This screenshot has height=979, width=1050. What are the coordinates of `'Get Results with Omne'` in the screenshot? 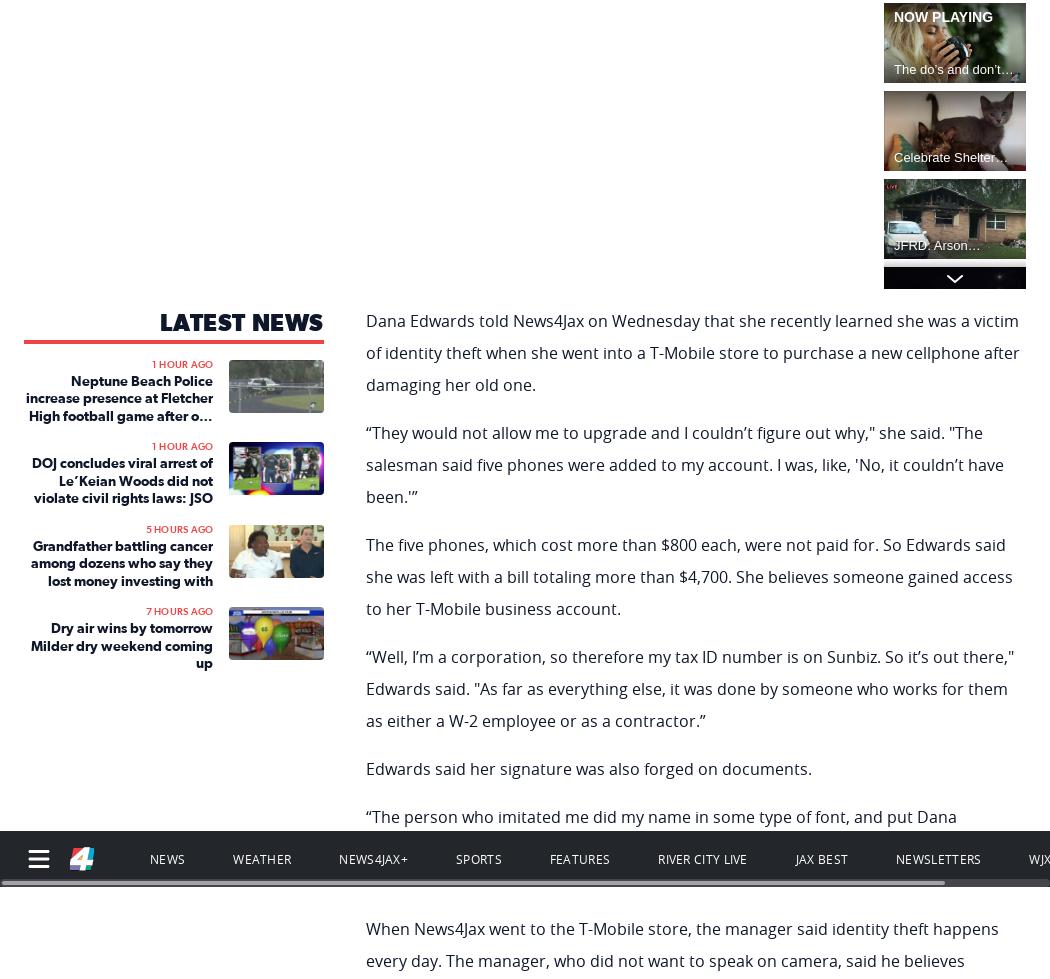 It's located at (910, 811).